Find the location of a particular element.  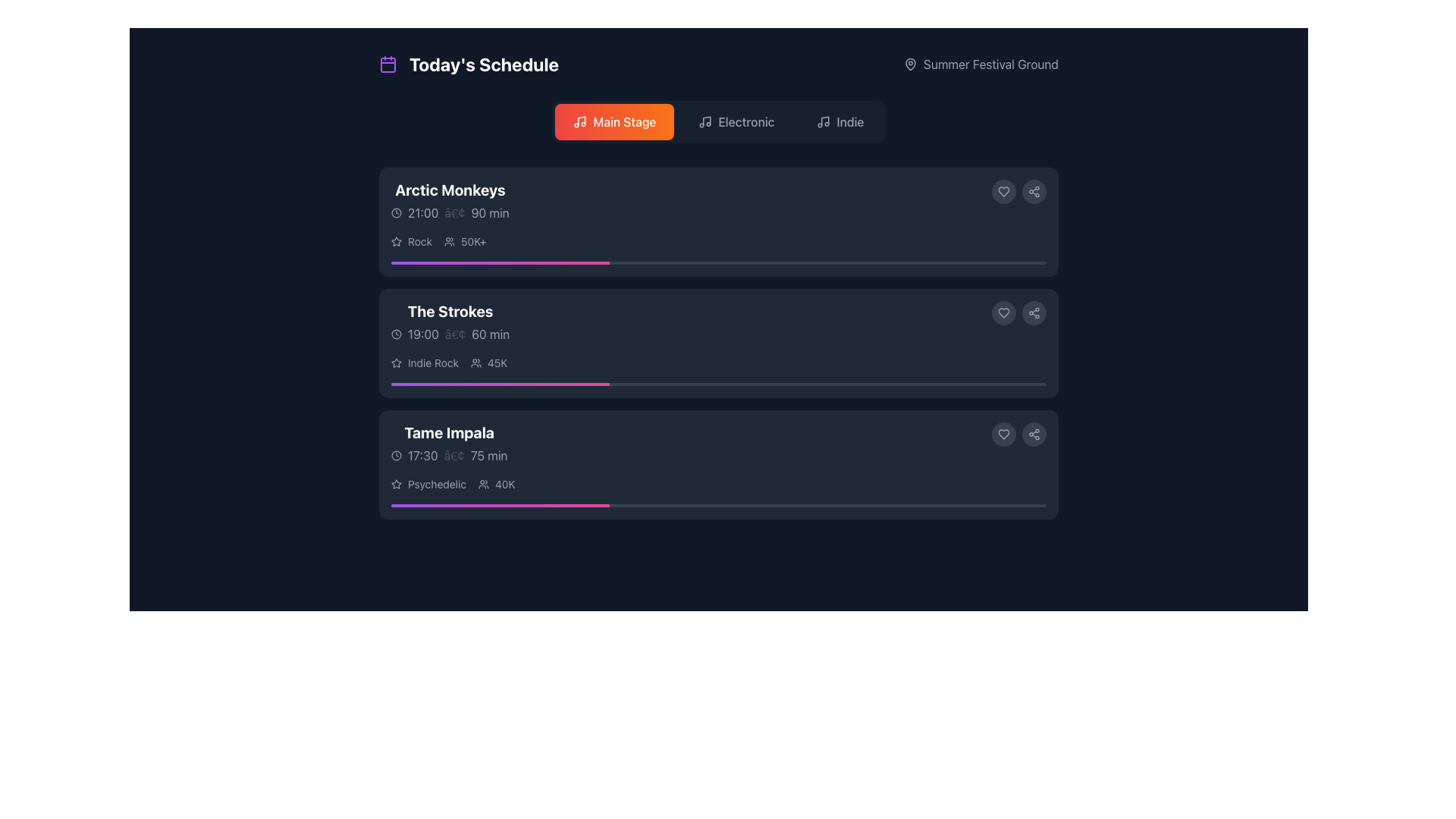

the Action group containing two circular buttons, the left button with a heart icon and the right button with a share icon, located in the rightmost section of 'The Strokes' in today's schedule is located at coordinates (1019, 312).